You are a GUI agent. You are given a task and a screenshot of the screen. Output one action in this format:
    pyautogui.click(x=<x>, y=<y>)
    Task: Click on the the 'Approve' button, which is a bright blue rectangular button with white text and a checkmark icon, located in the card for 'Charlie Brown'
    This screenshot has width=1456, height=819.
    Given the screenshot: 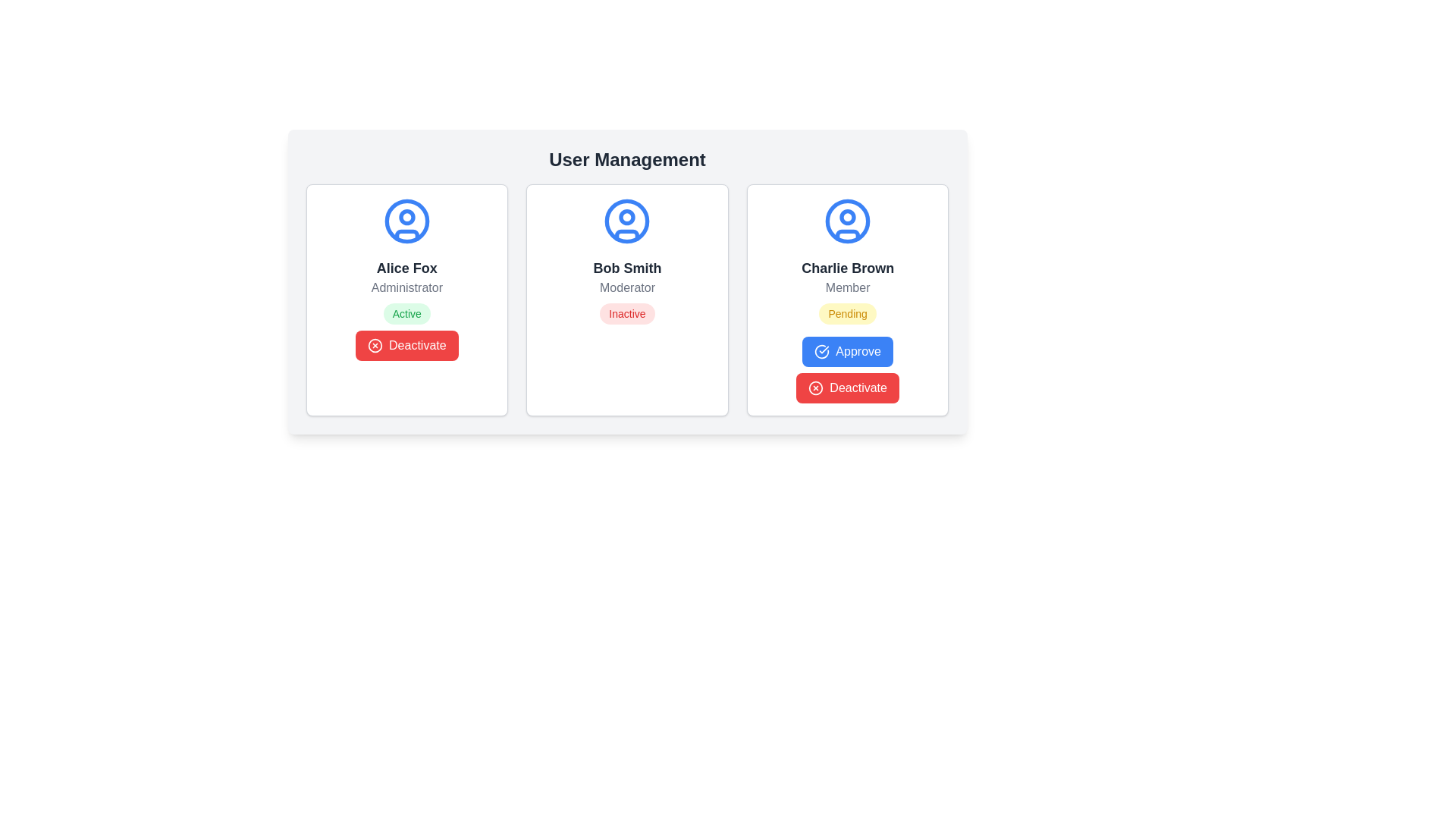 What is the action you would take?
    pyautogui.click(x=847, y=351)
    